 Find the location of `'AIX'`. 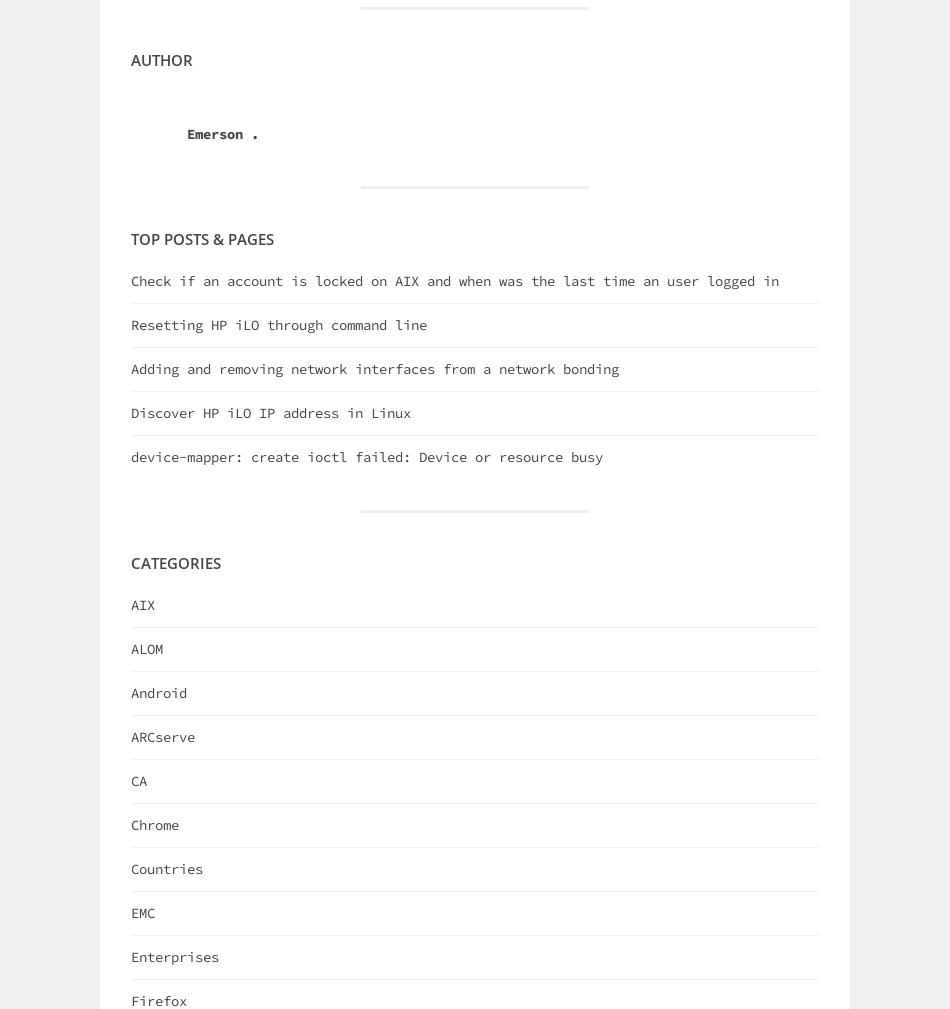

'AIX' is located at coordinates (142, 603).